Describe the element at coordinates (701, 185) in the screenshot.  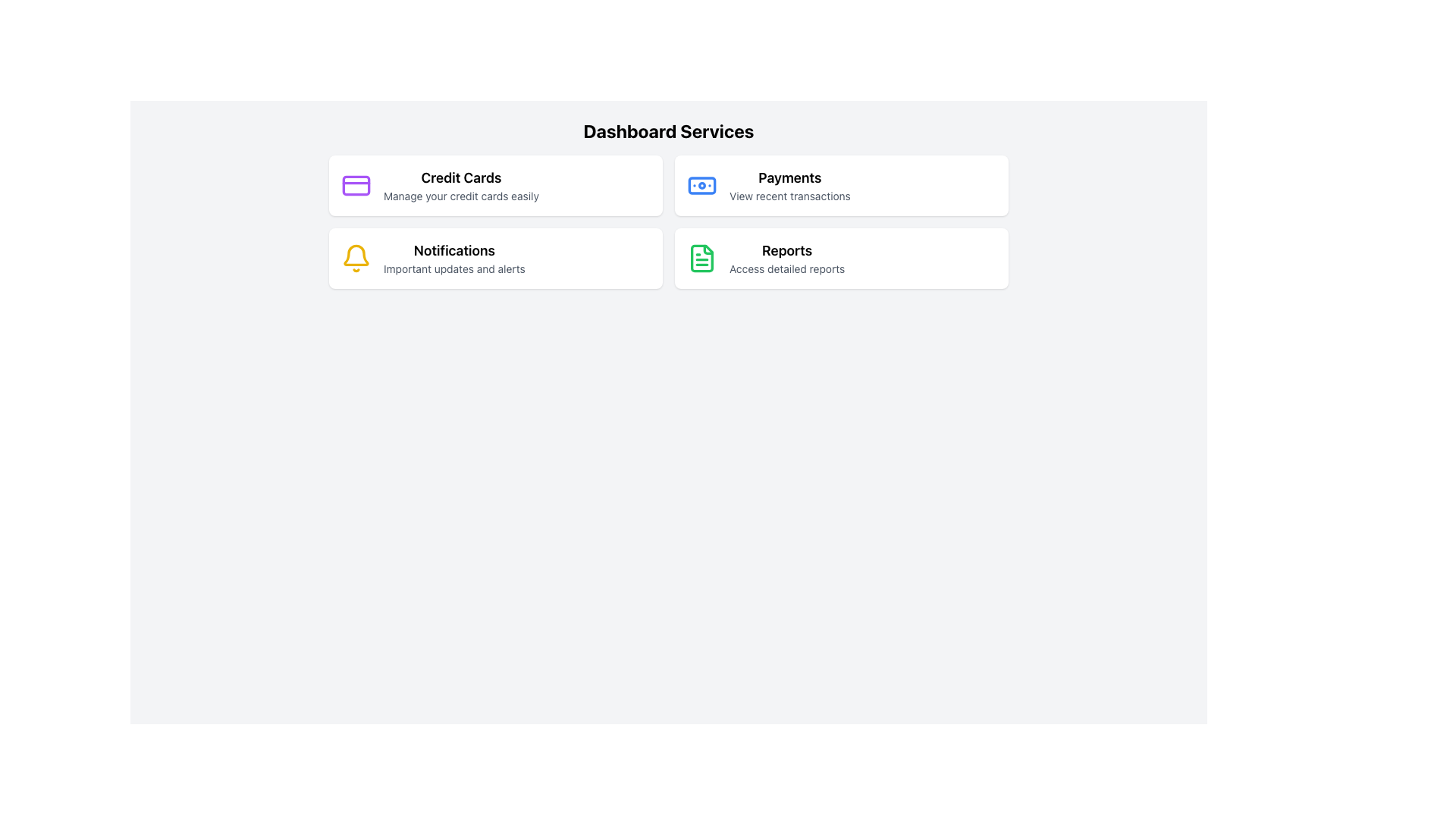
I see `the 'Payments' icon located in the upper right quadrant, above the text 'Payments' and 'View recent transactions'` at that location.